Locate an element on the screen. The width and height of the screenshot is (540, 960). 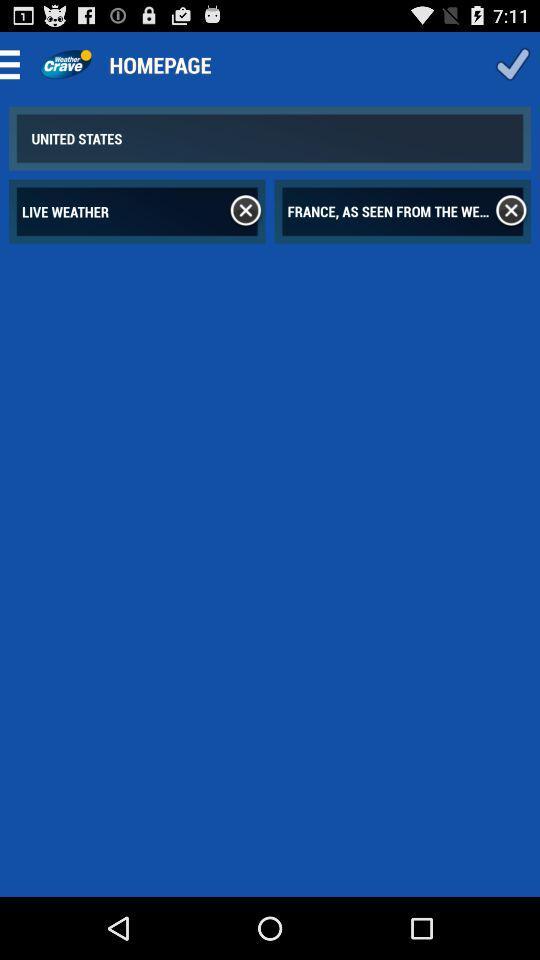
it is located at coordinates (511, 211).